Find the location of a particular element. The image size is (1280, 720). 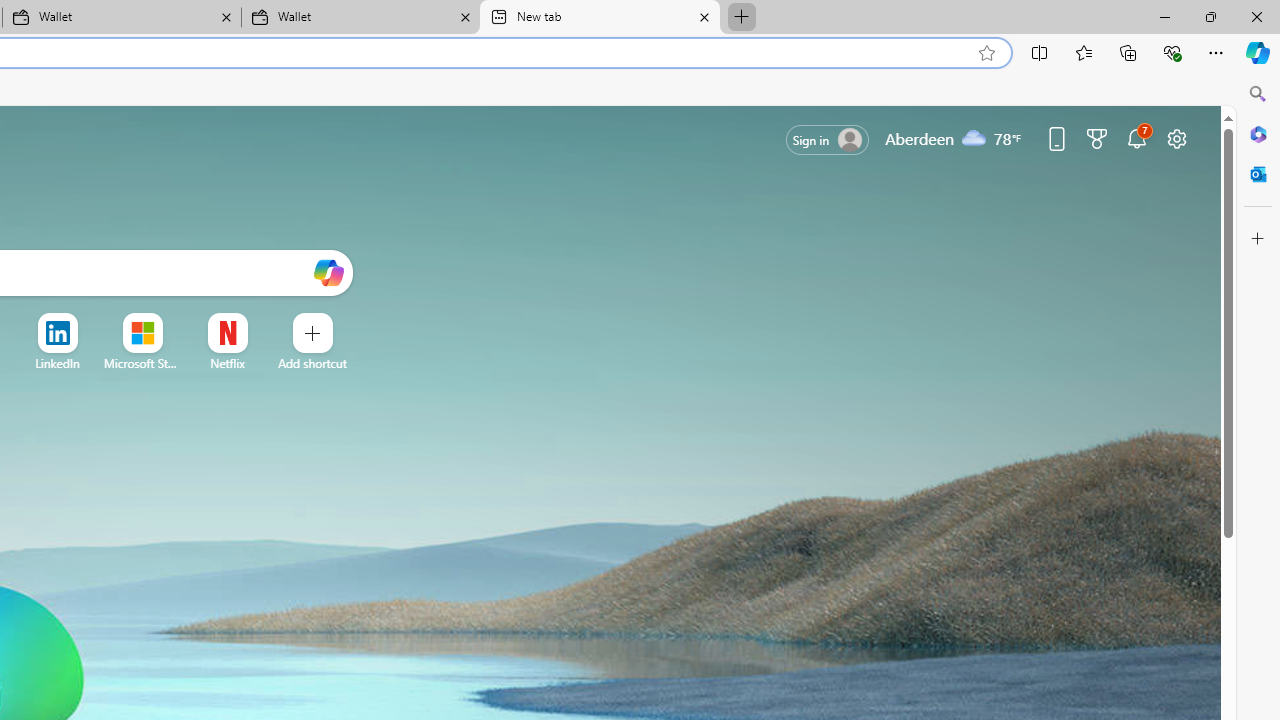

'Add a site' is located at coordinates (311, 363).